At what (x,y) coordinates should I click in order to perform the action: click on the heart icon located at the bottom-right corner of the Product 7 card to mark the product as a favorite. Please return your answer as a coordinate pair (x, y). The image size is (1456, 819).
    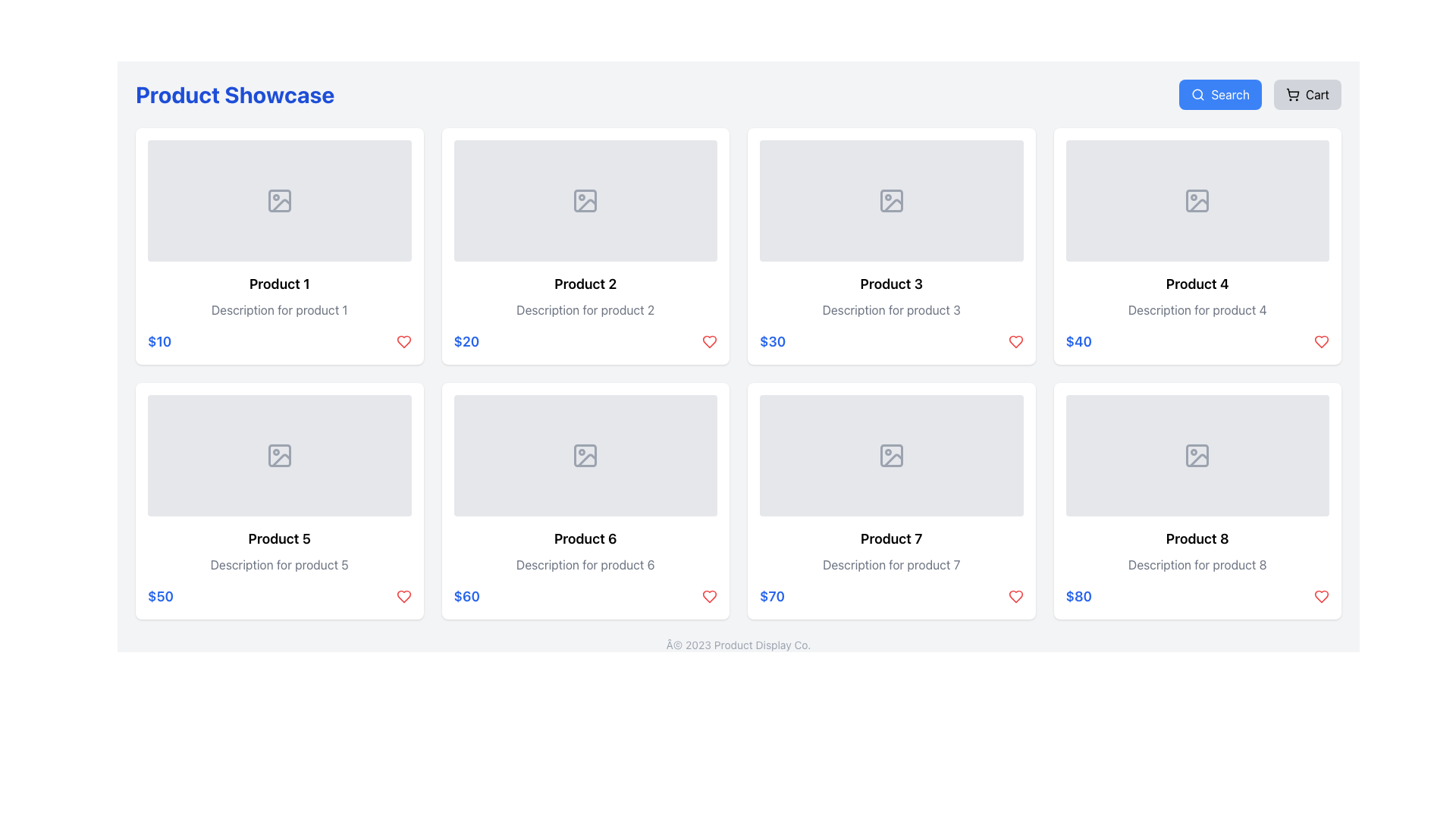
    Looking at the image, I should click on (1015, 595).